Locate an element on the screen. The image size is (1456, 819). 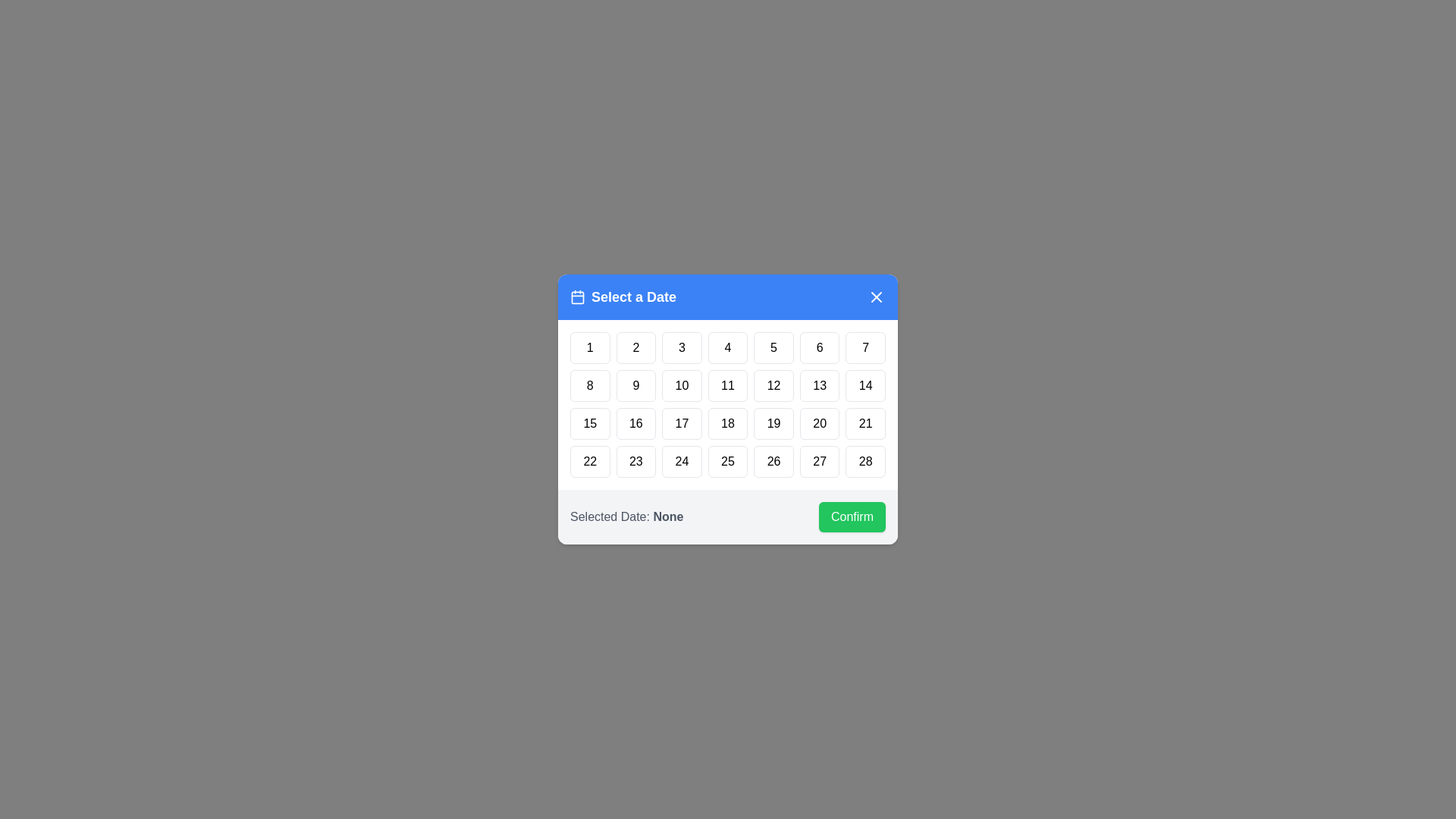
the button representing the day 23 to select that date is located at coordinates (636, 461).